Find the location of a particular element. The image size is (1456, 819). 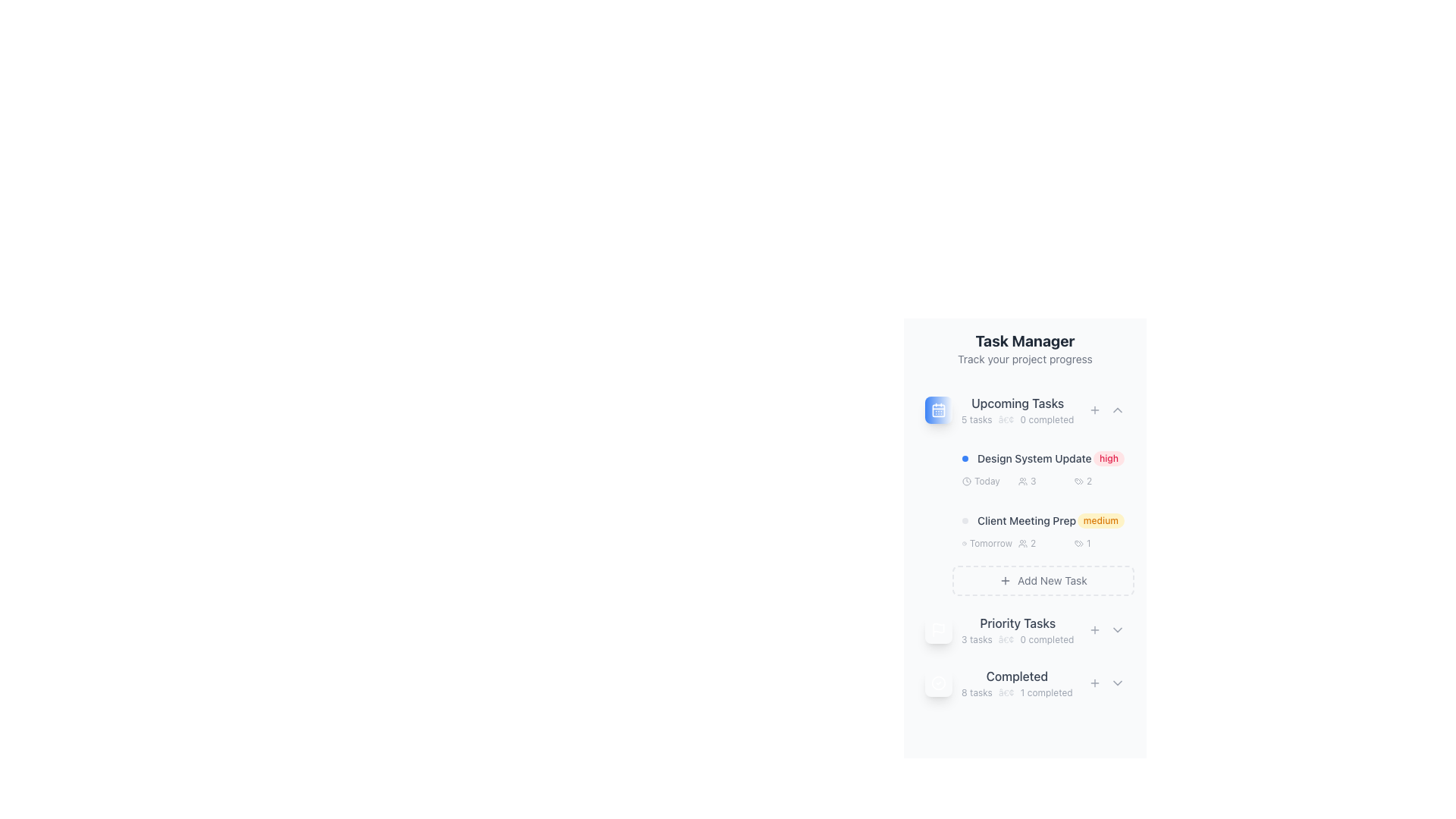

the flag icon is located at coordinates (1025, 629).